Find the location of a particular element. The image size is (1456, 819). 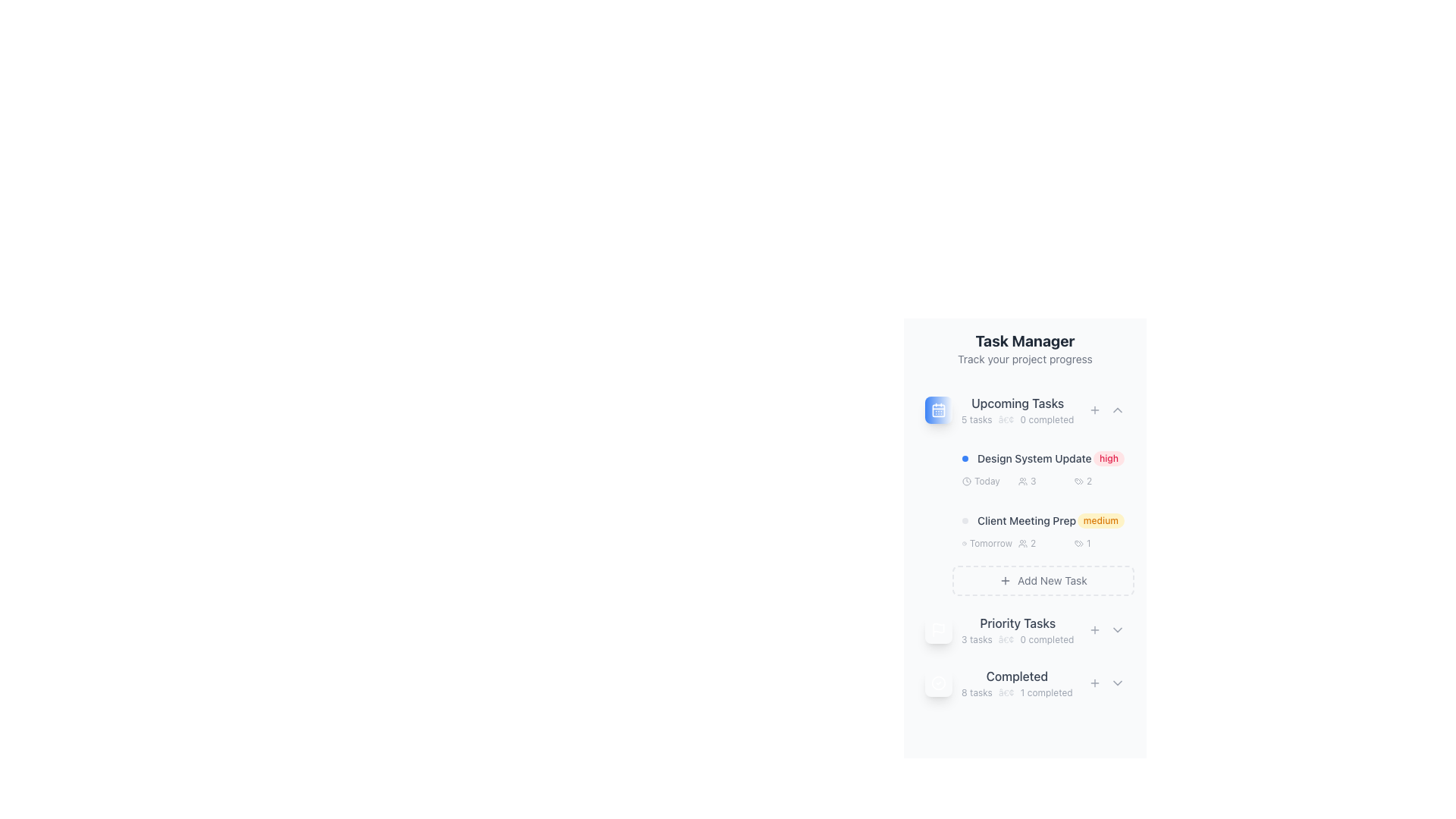

the flag icon is located at coordinates (1025, 629).